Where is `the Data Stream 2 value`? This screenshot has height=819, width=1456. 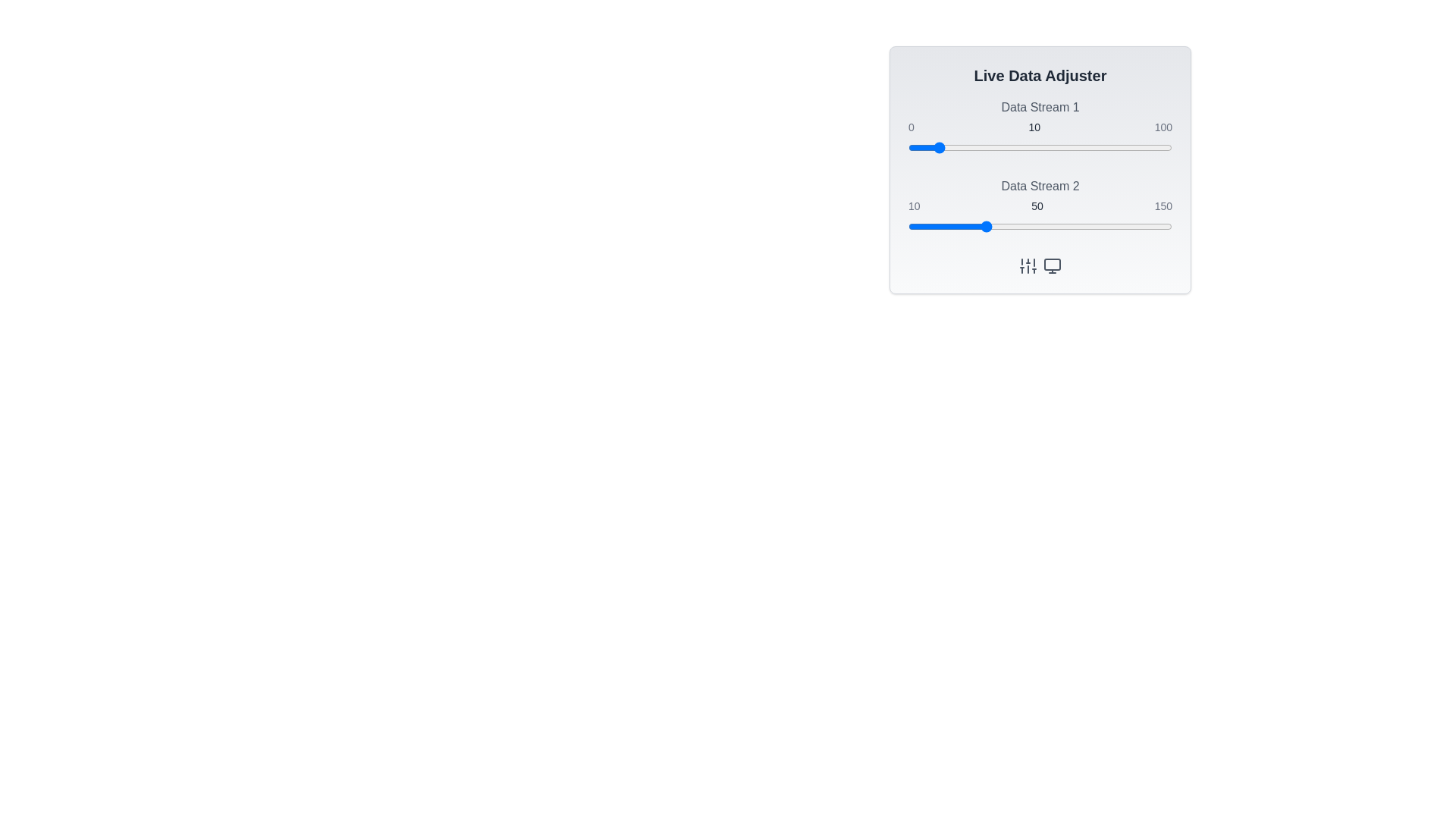 the Data Stream 2 value is located at coordinates (1034, 227).